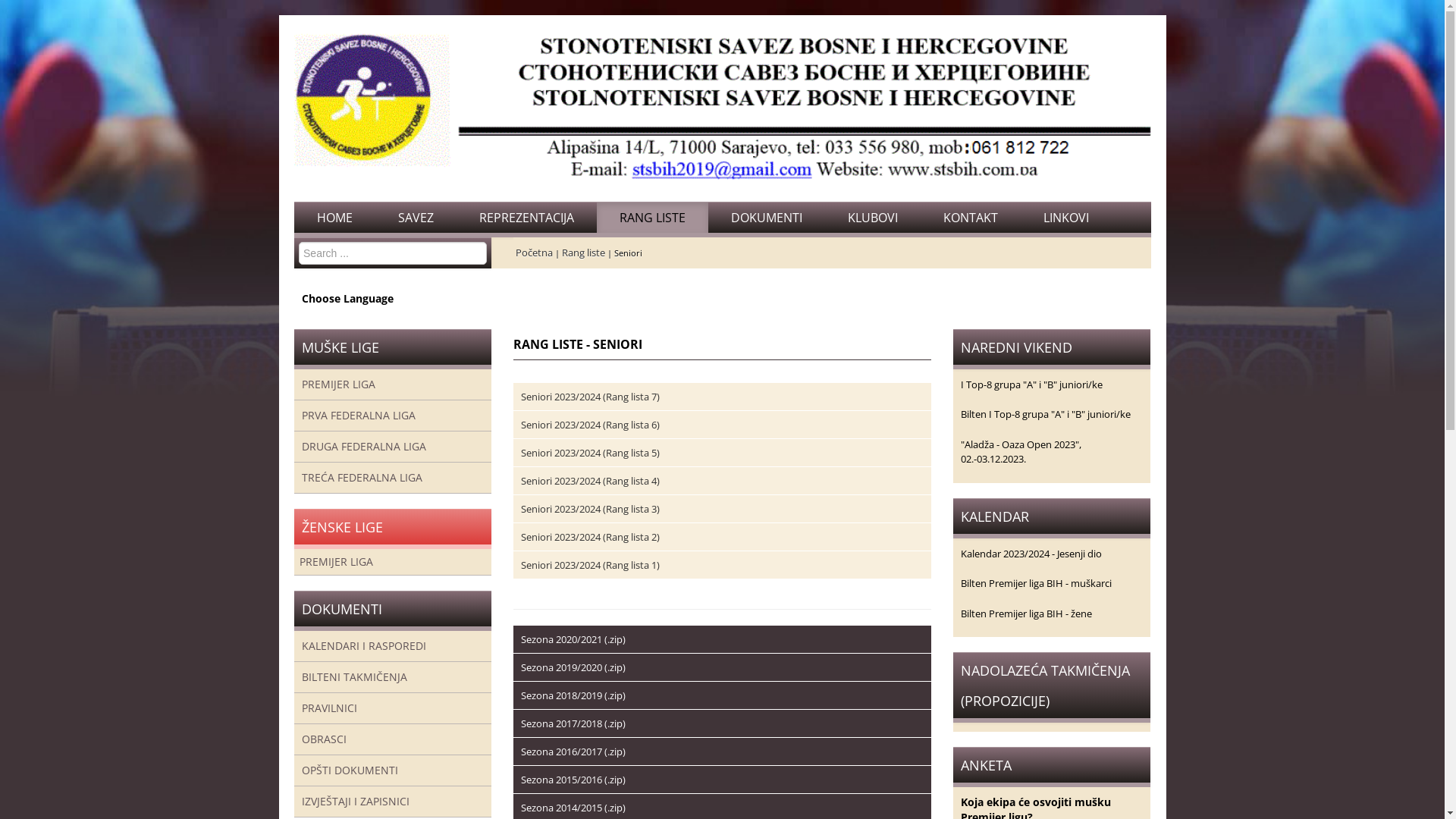  I want to click on 'KLUBOVI', so click(824, 217).